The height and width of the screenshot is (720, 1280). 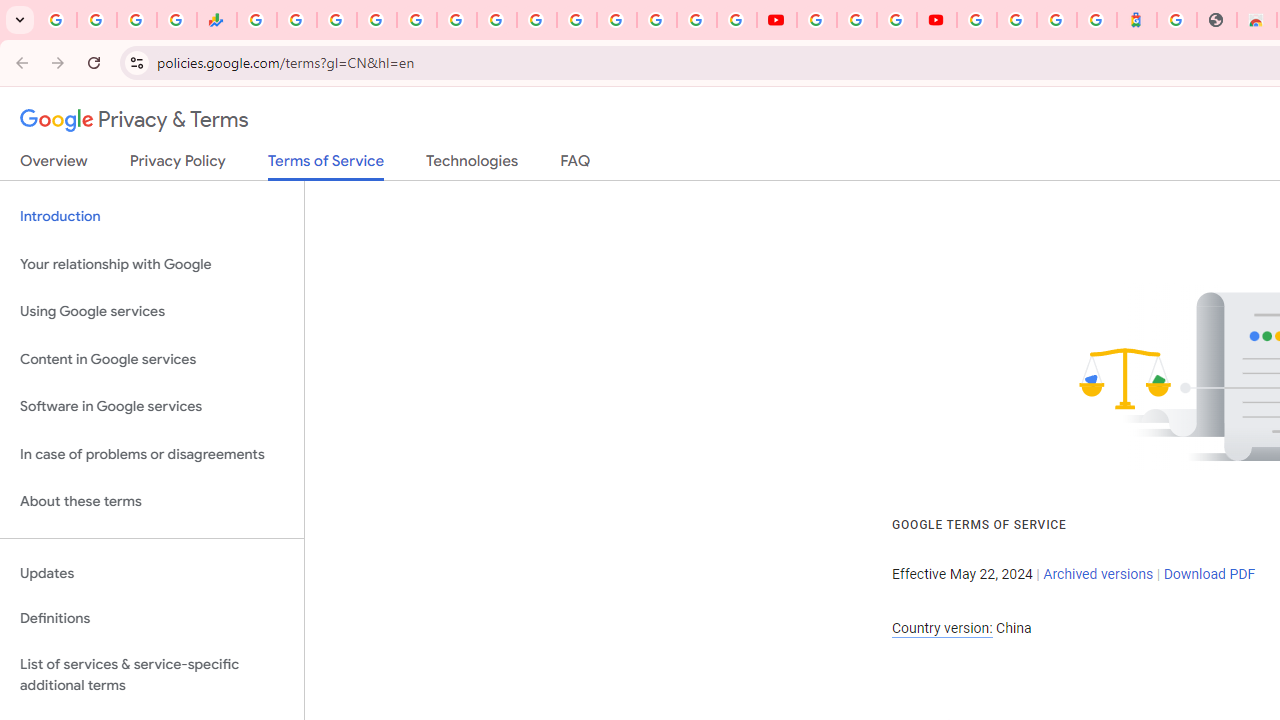 What do you see at coordinates (895, 20) in the screenshot?
I see `'Create your Google Account'` at bounding box center [895, 20].